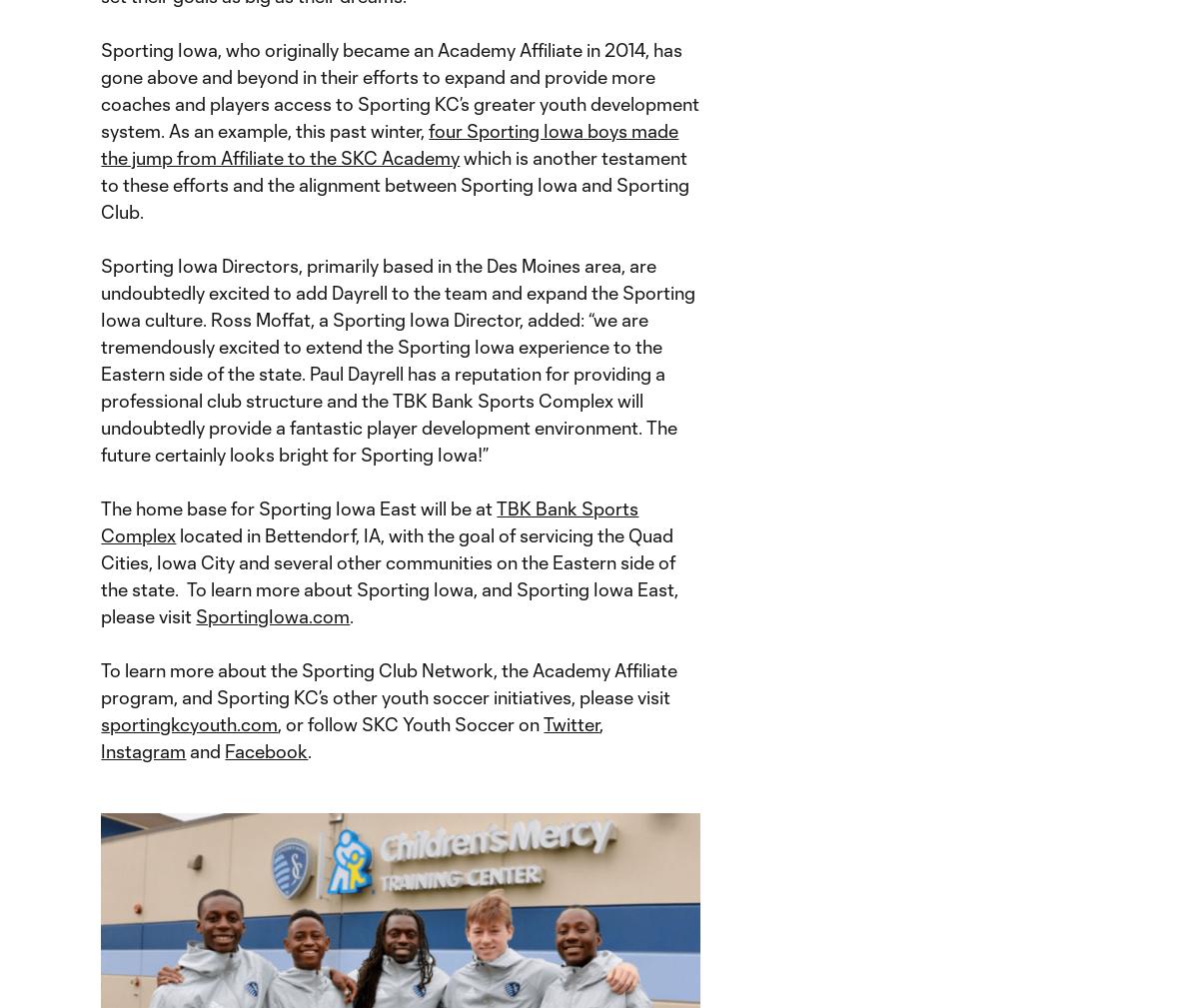 This screenshot has height=1008, width=1199. What do you see at coordinates (143, 751) in the screenshot?
I see `'Instagram'` at bounding box center [143, 751].